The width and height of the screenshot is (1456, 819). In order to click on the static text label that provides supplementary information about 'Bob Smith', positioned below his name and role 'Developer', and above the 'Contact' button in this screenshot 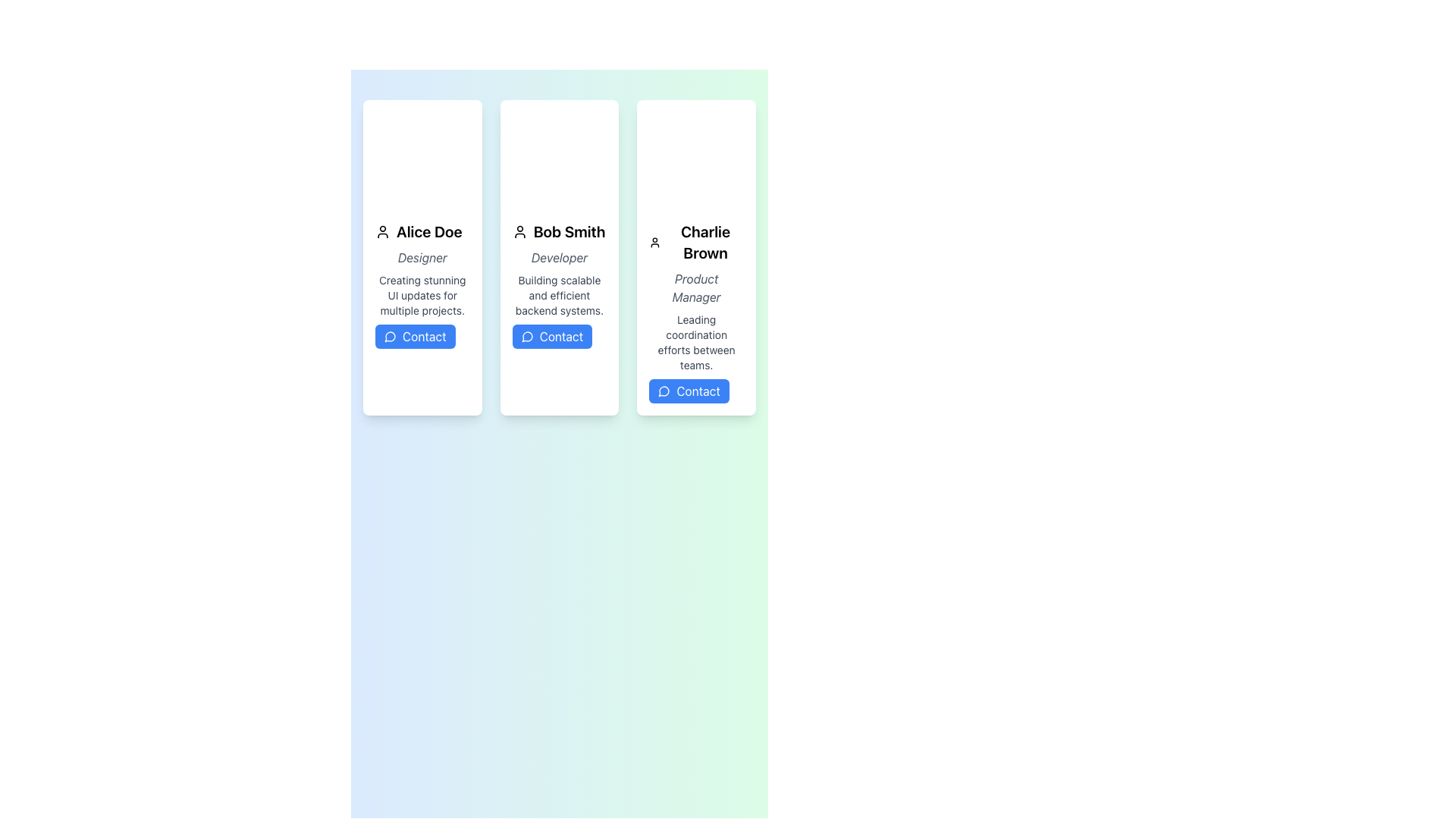, I will do `click(559, 295)`.